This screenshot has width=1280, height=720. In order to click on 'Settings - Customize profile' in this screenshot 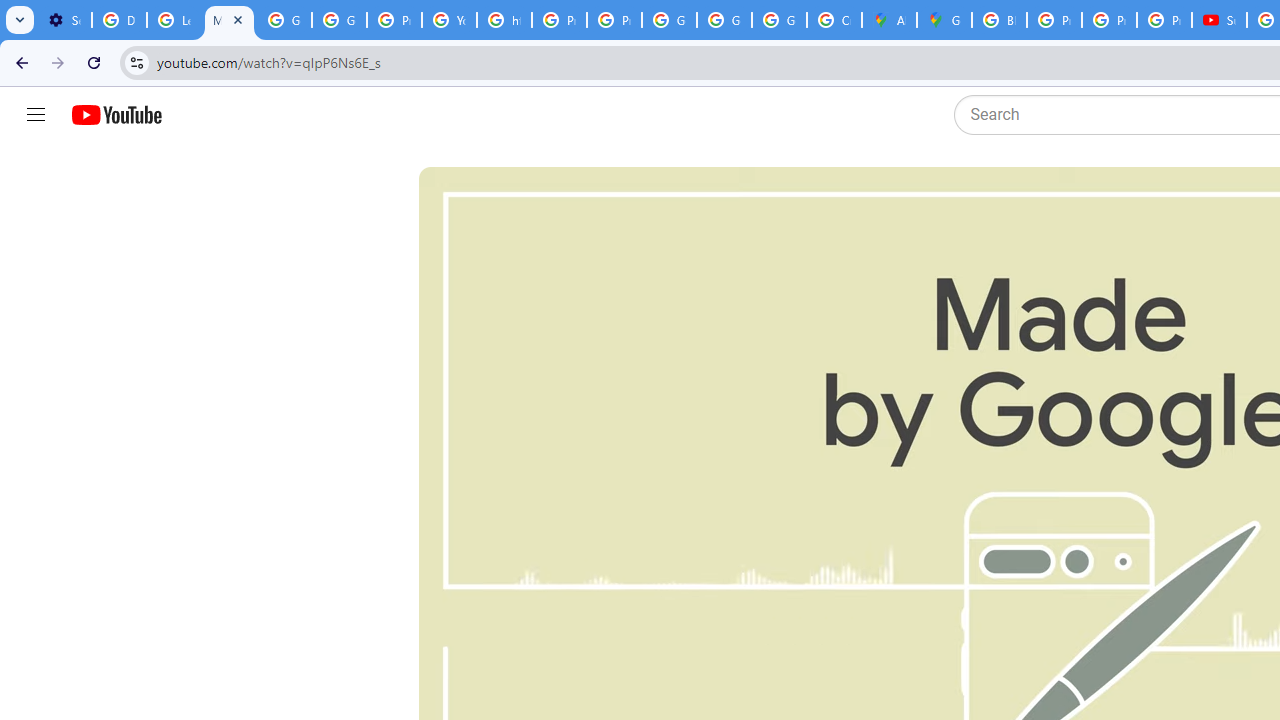, I will do `click(64, 20)`.